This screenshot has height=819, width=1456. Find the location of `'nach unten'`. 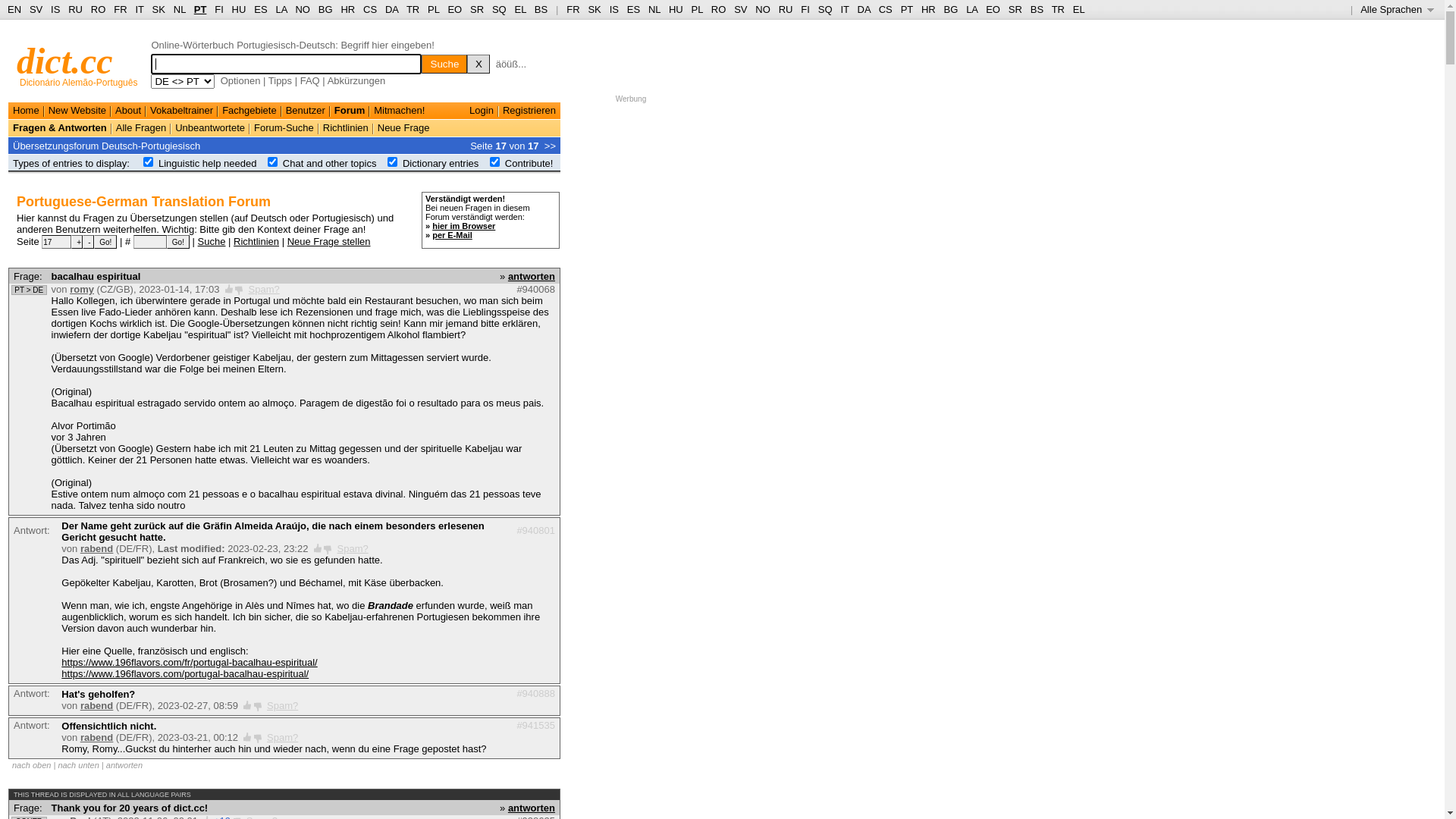

'nach unten' is located at coordinates (58, 765).